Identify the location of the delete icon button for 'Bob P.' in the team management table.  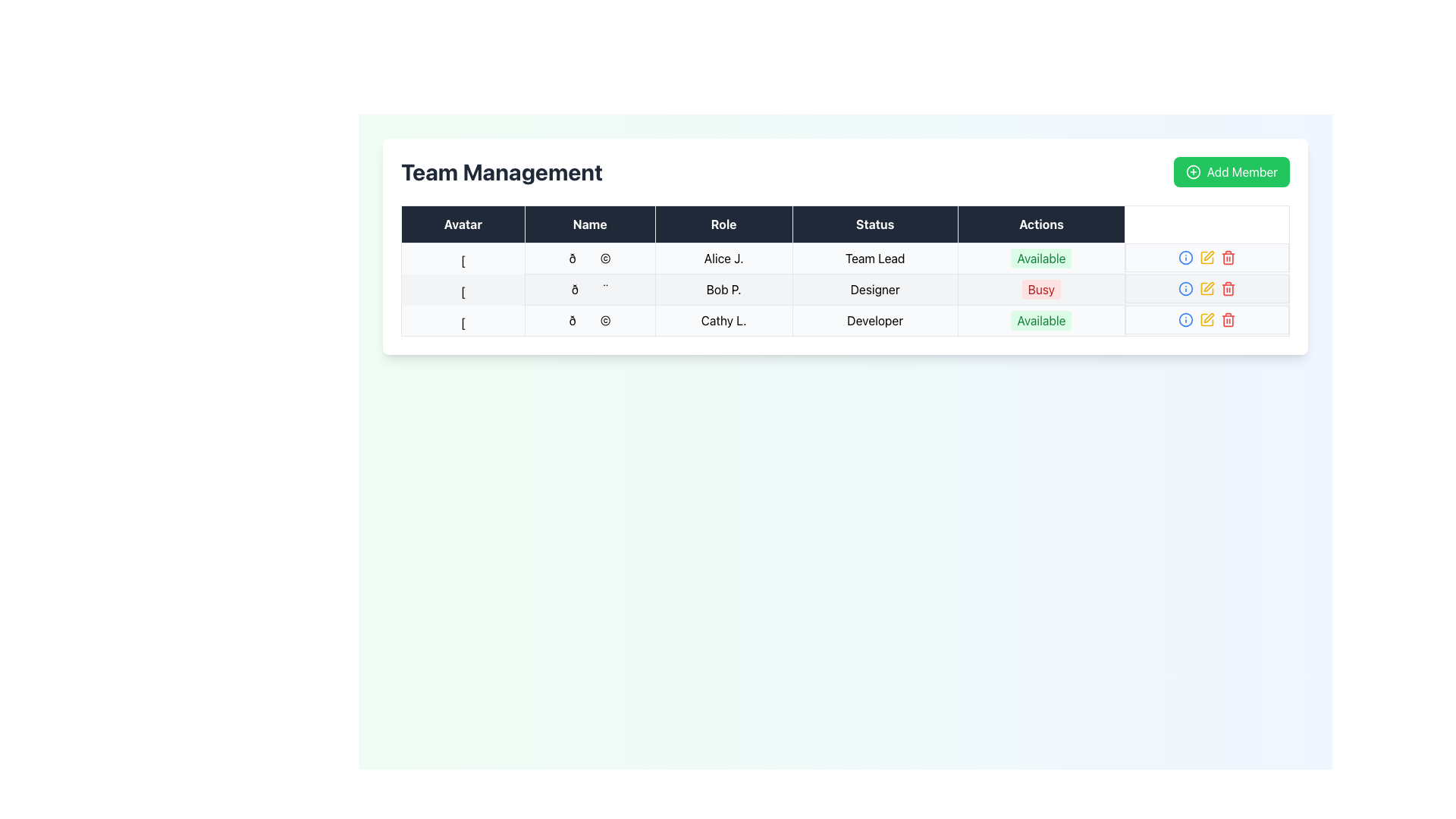
(1228, 288).